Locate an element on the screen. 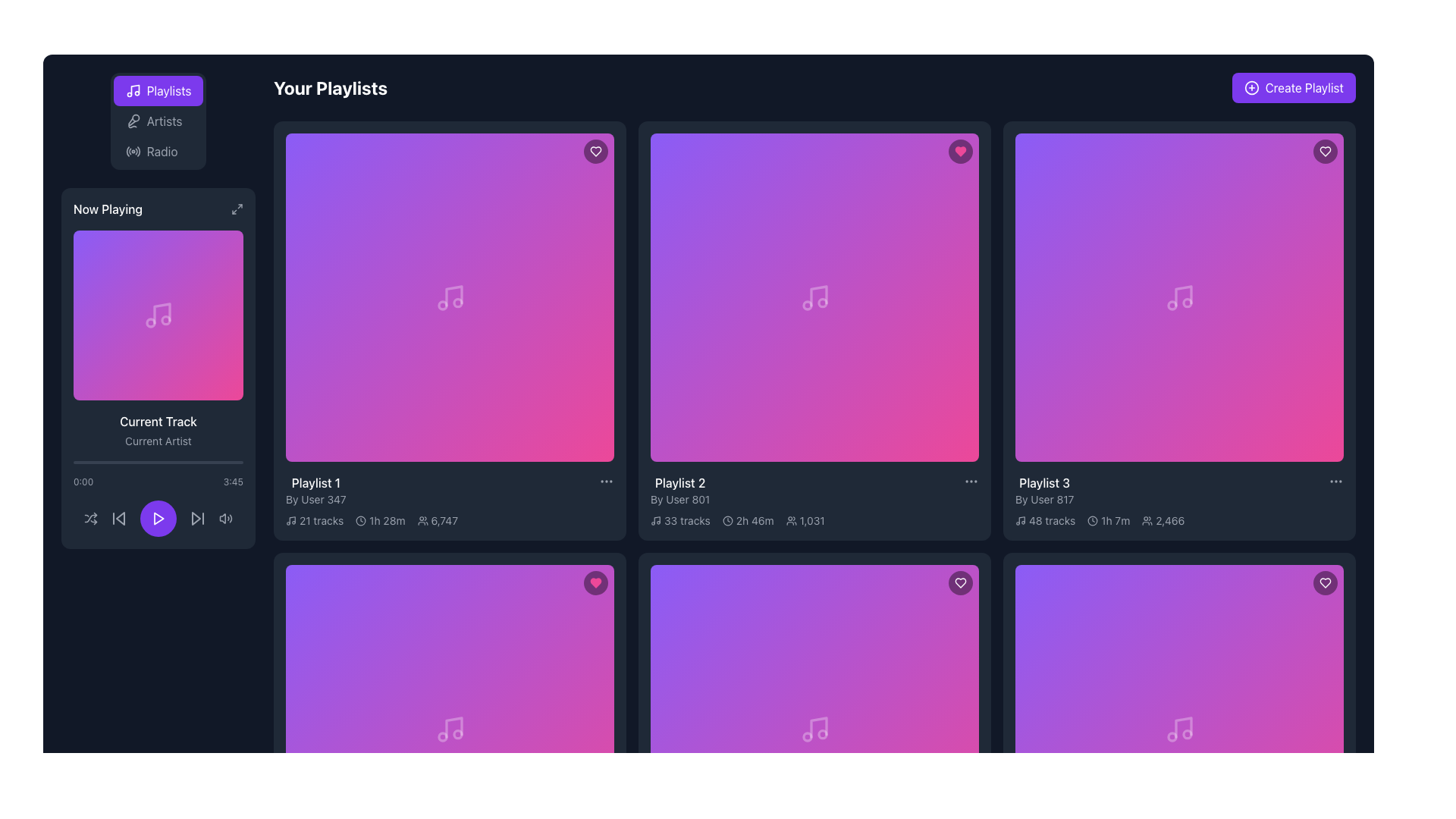  the triangular play icon, which is a minimalistic SVG graphic with a purple base and white lines, located at the bottom of the 'Now Playing' section in the left sidebar is located at coordinates (158, 517).